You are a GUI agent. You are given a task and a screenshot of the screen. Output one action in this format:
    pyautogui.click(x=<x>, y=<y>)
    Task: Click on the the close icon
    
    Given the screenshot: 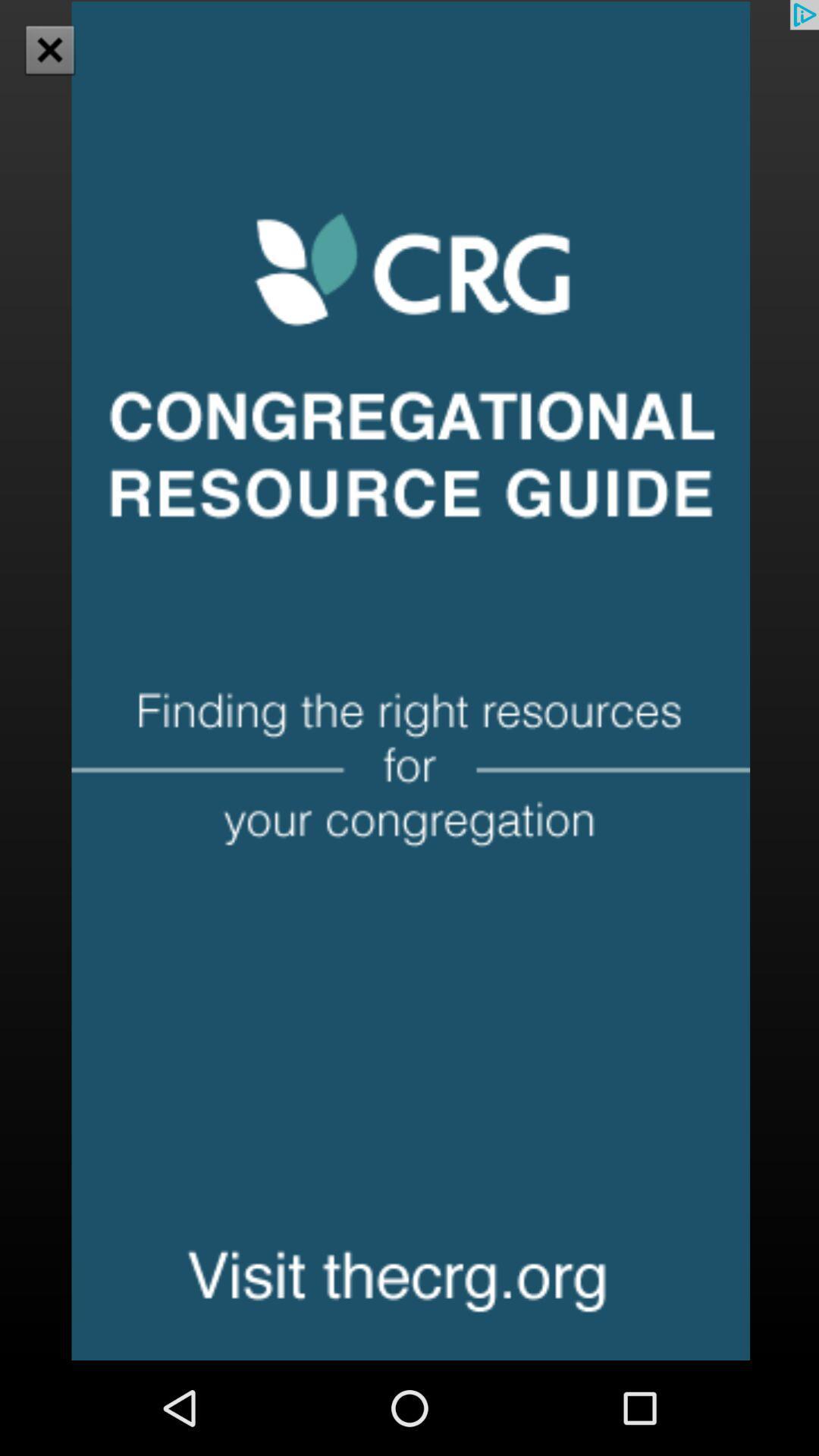 What is the action you would take?
    pyautogui.click(x=49, y=53)
    